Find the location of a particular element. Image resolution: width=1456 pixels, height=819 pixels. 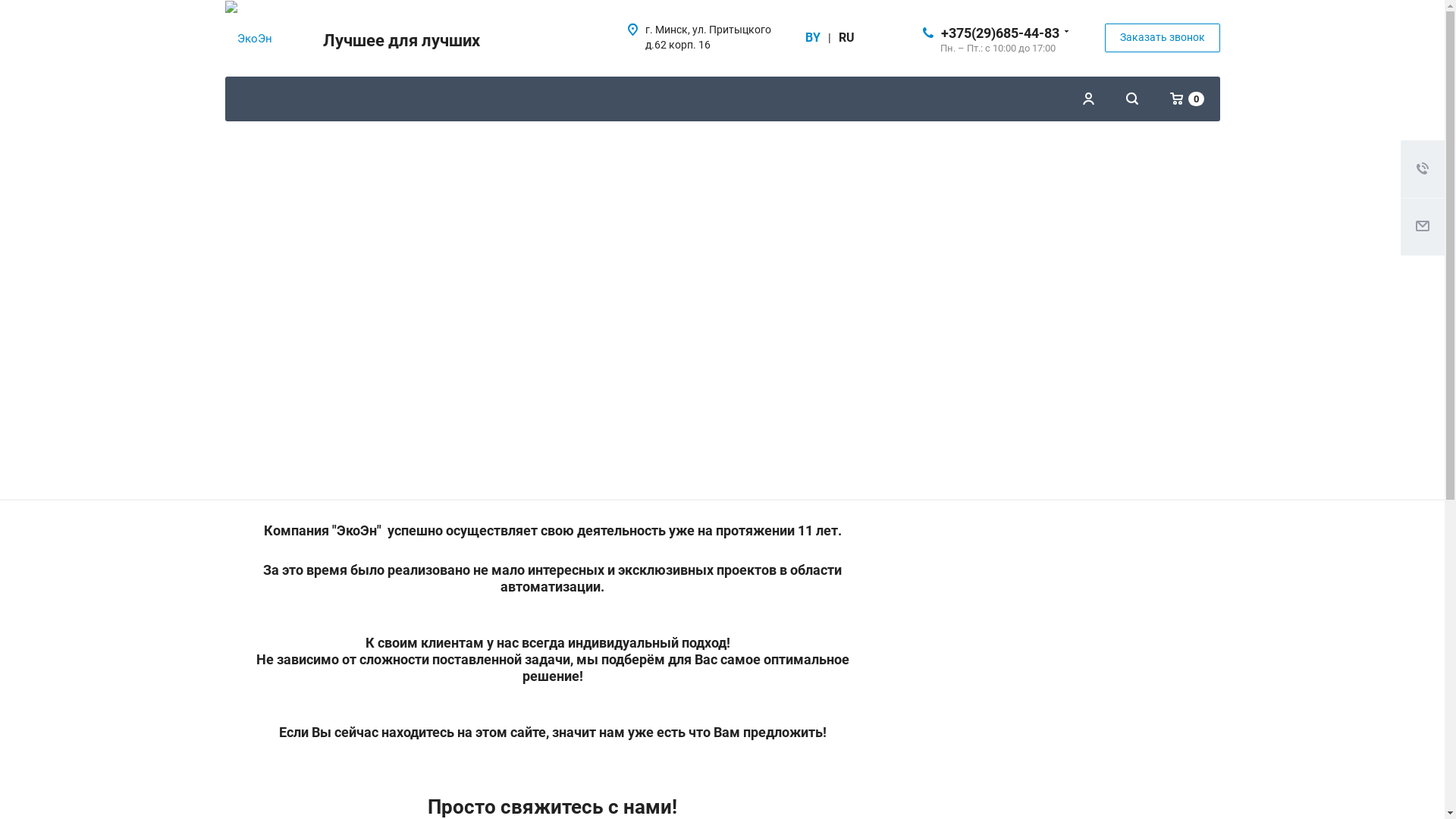

'BY' is located at coordinates (811, 37).